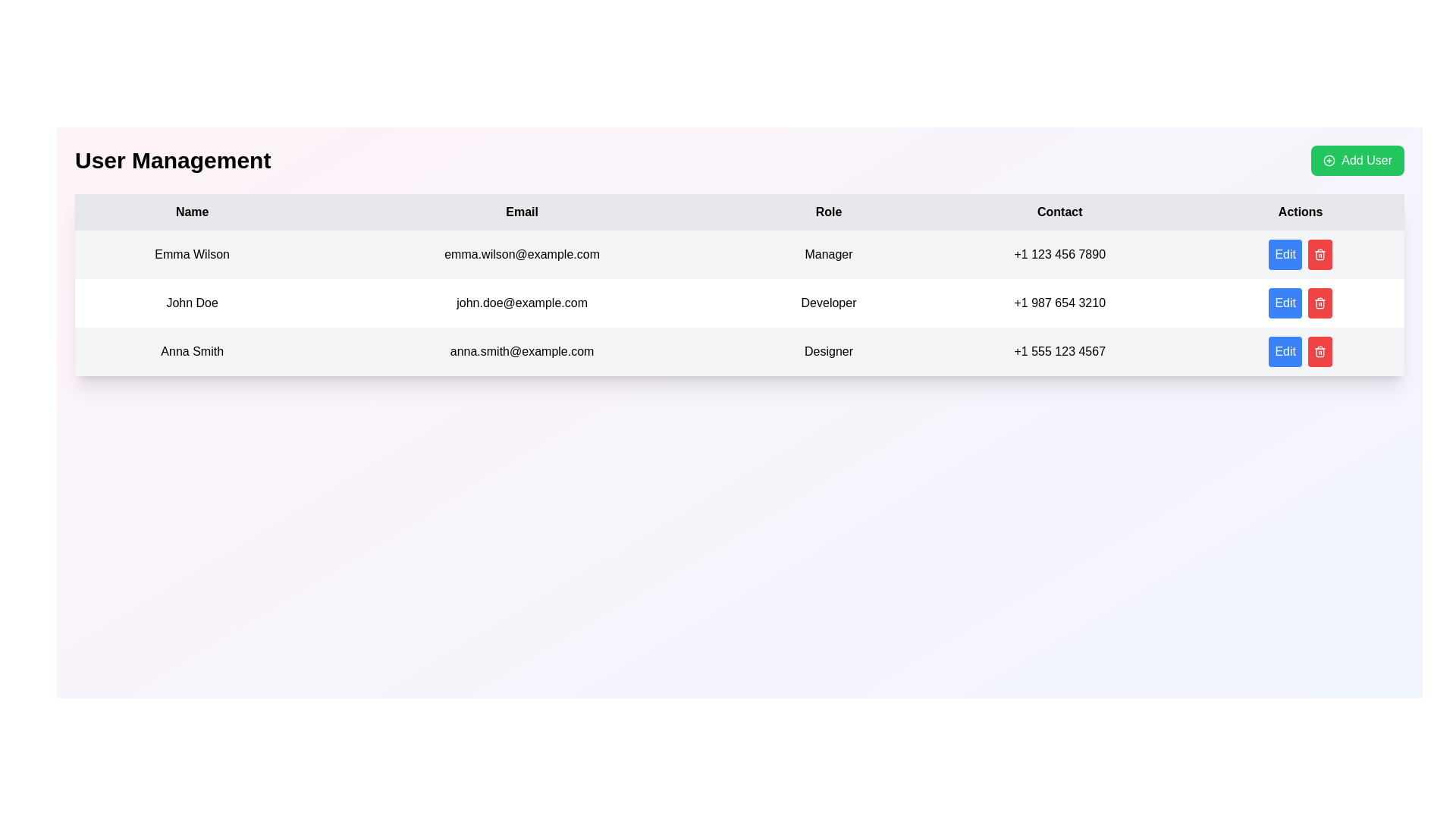 This screenshot has height=819, width=1456. What do you see at coordinates (191, 351) in the screenshot?
I see `the text display element showing 'Anna Smith' in bold black font located in the Name column of the last row of the user management interface` at bounding box center [191, 351].